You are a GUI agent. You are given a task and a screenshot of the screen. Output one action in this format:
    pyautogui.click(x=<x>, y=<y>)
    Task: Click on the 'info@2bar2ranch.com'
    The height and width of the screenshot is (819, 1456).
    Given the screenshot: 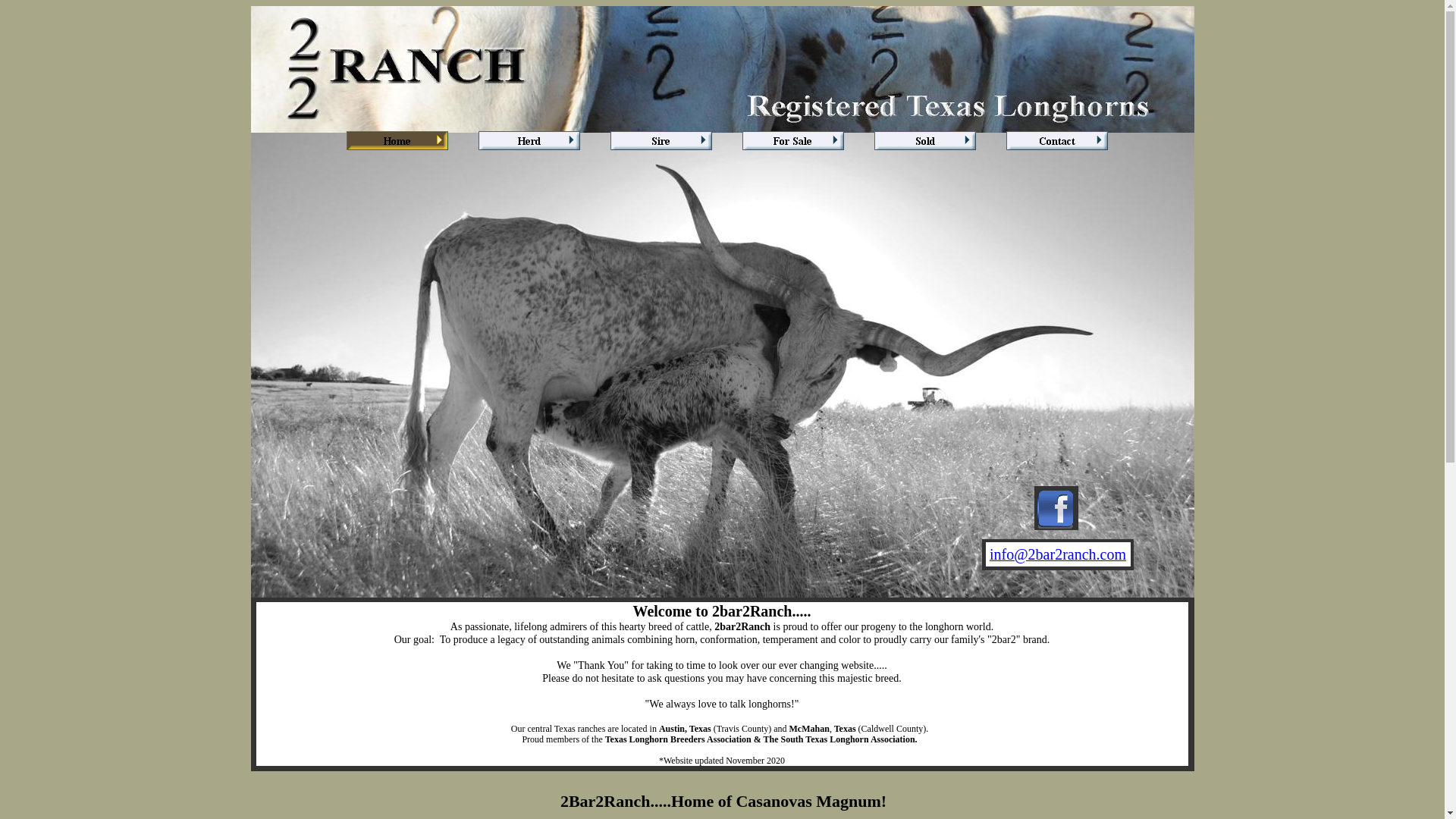 What is the action you would take?
    pyautogui.click(x=1057, y=555)
    